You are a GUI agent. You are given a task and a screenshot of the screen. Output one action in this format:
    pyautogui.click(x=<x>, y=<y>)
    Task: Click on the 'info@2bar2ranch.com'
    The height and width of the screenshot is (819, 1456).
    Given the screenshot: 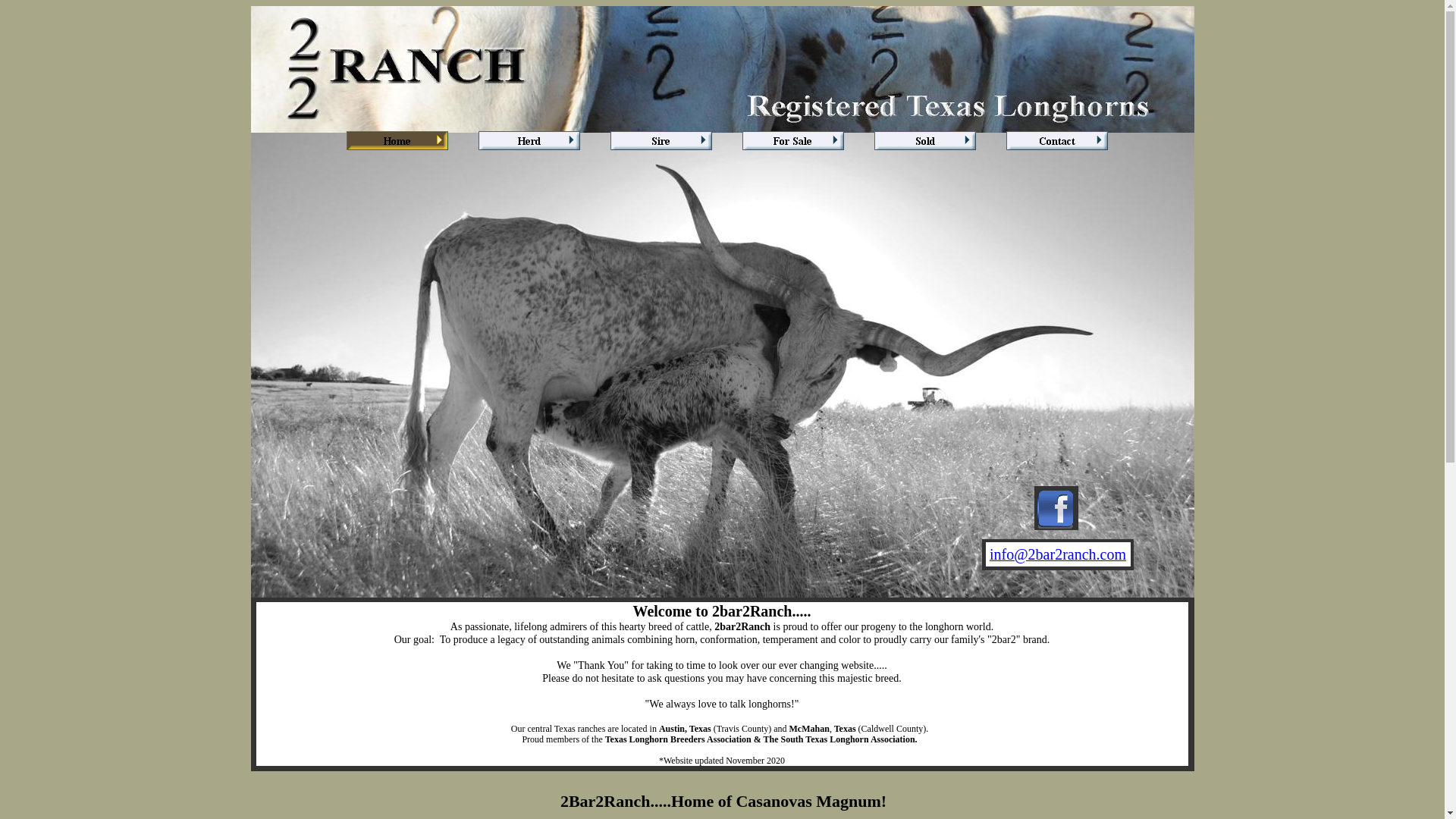 What is the action you would take?
    pyautogui.click(x=1057, y=555)
    